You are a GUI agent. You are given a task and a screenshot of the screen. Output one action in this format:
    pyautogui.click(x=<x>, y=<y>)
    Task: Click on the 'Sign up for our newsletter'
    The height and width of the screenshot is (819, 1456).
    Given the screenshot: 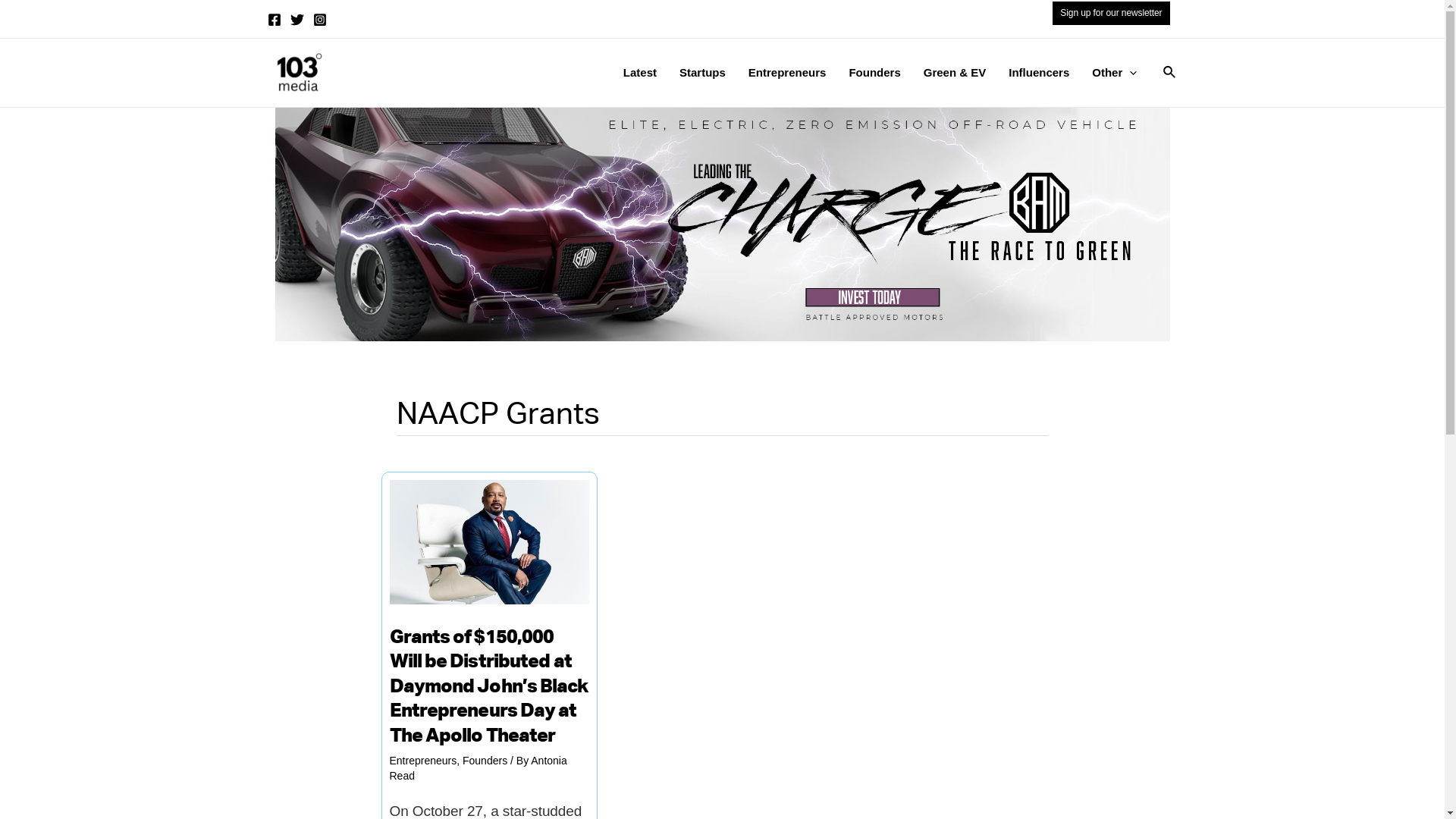 What is the action you would take?
    pyautogui.click(x=1110, y=12)
    